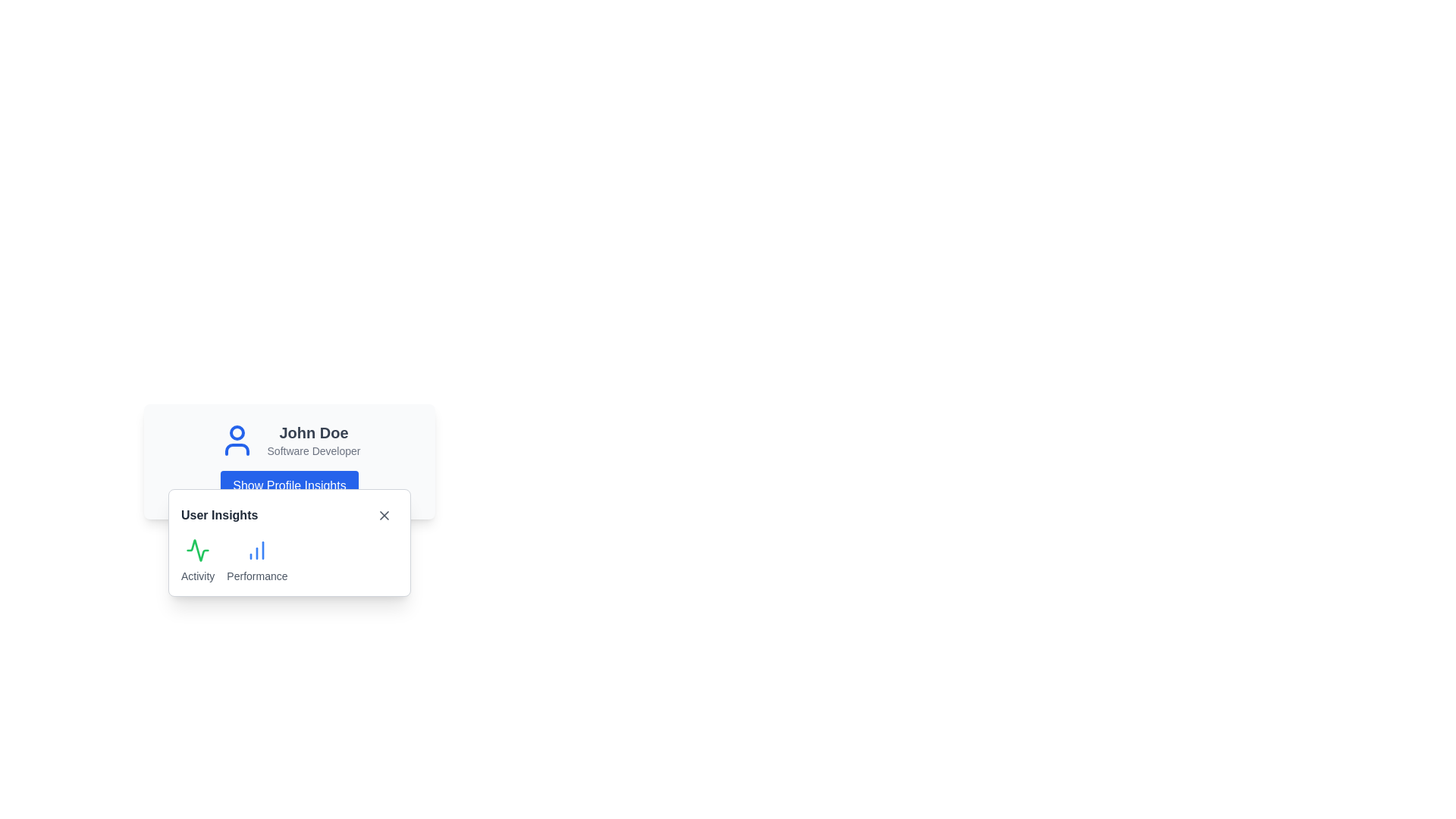  Describe the element at coordinates (197, 561) in the screenshot. I see `the Icon with text label representing the user's activity insights, located in the 'User Insights' pop-up card above the 'Activity' text` at that location.